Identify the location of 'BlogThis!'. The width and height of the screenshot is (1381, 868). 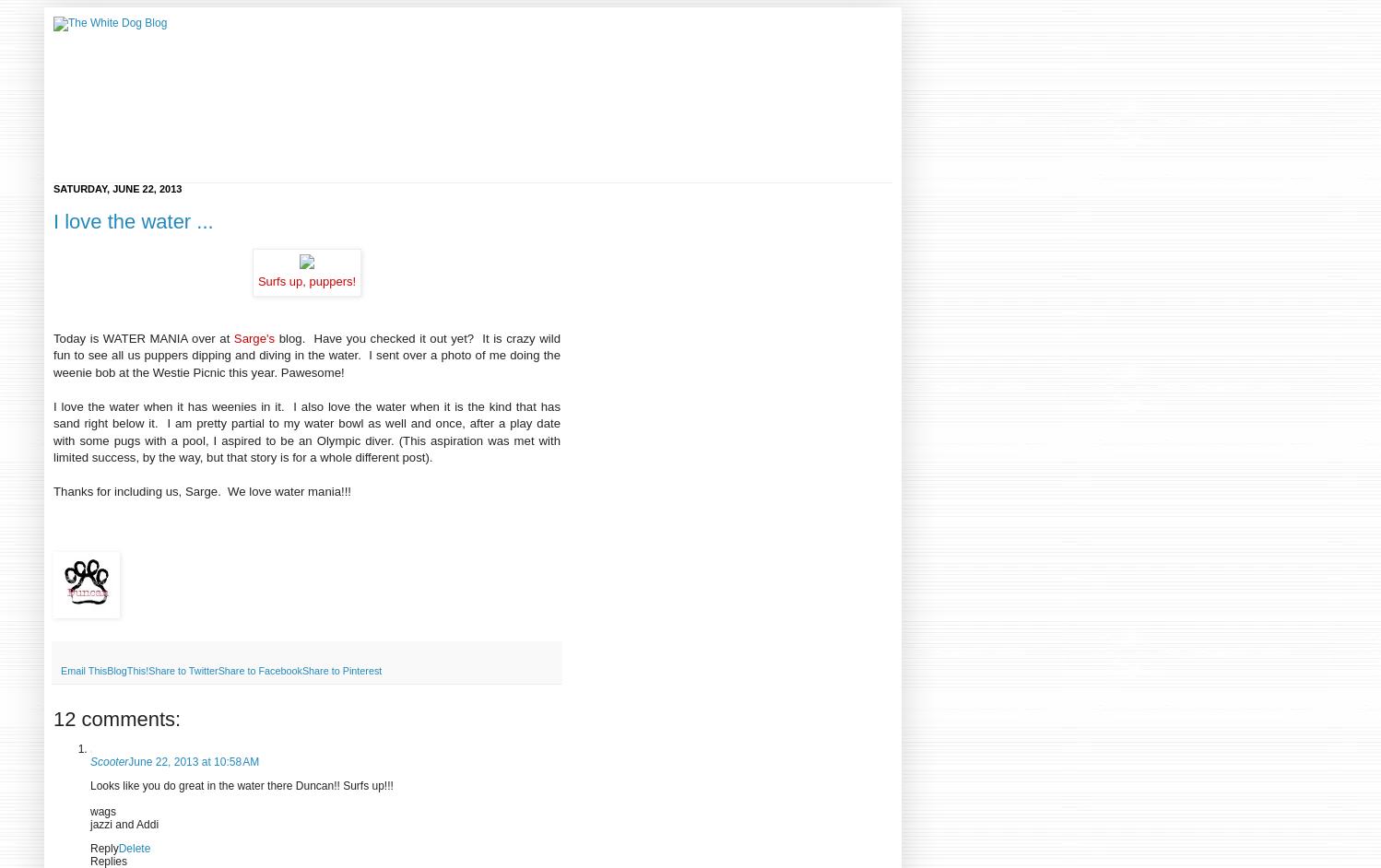
(106, 669).